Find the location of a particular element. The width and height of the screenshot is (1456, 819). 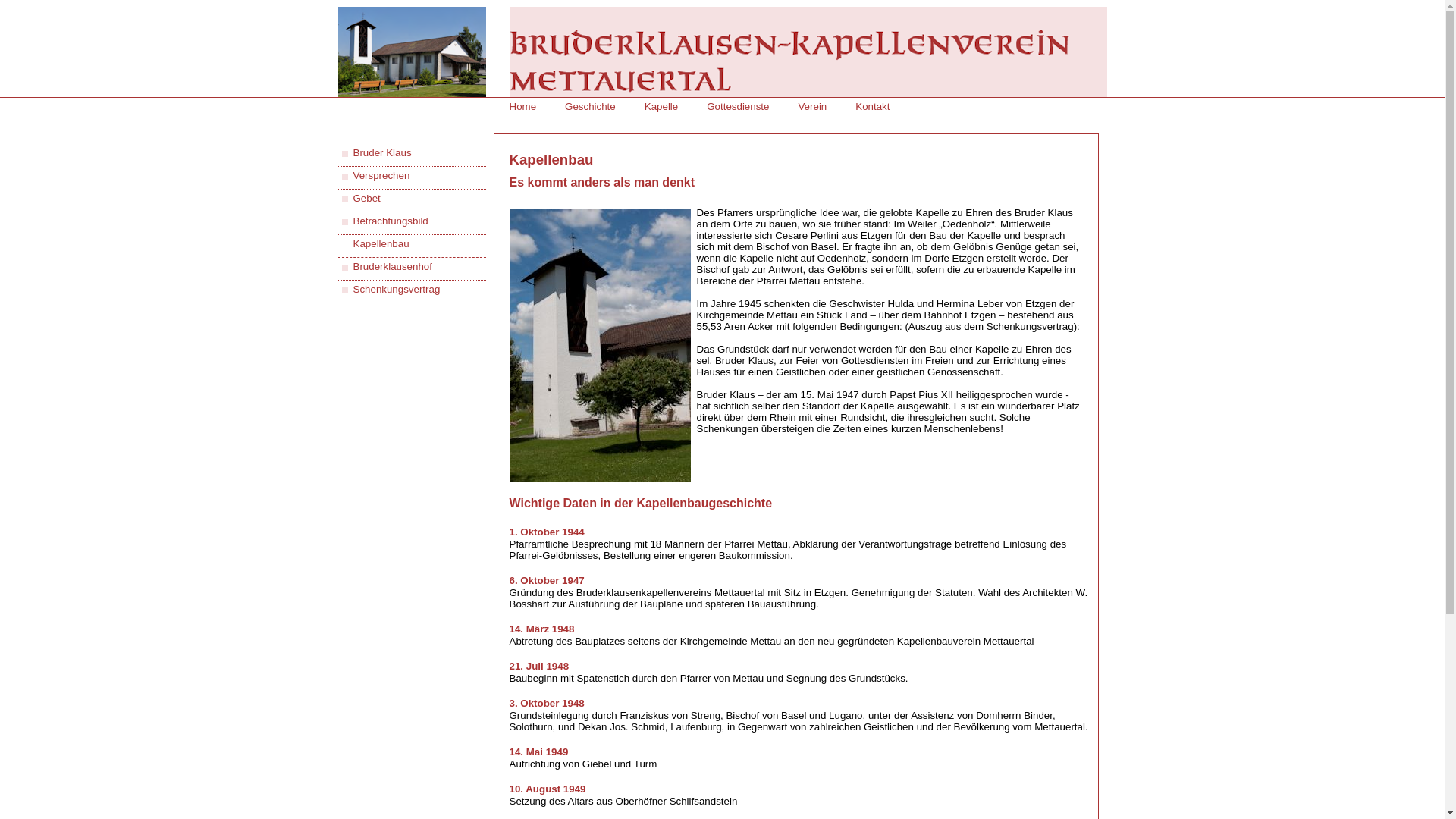

'Bruderklausenhof' is located at coordinates (393, 265).